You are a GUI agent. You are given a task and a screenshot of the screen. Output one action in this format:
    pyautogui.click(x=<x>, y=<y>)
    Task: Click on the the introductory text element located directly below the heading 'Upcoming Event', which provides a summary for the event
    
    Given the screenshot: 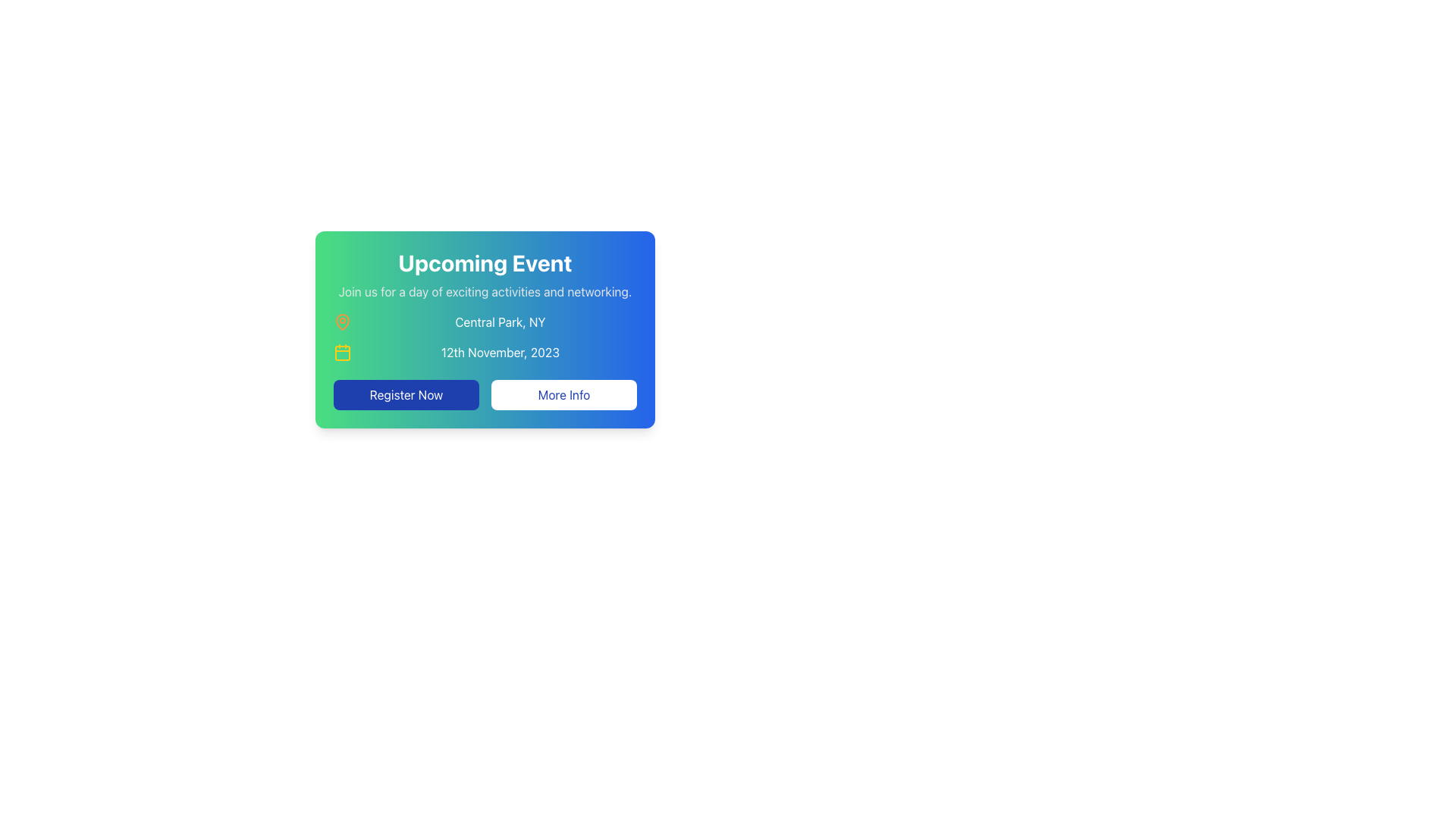 What is the action you would take?
    pyautogui.click(x=484, y=292)
    